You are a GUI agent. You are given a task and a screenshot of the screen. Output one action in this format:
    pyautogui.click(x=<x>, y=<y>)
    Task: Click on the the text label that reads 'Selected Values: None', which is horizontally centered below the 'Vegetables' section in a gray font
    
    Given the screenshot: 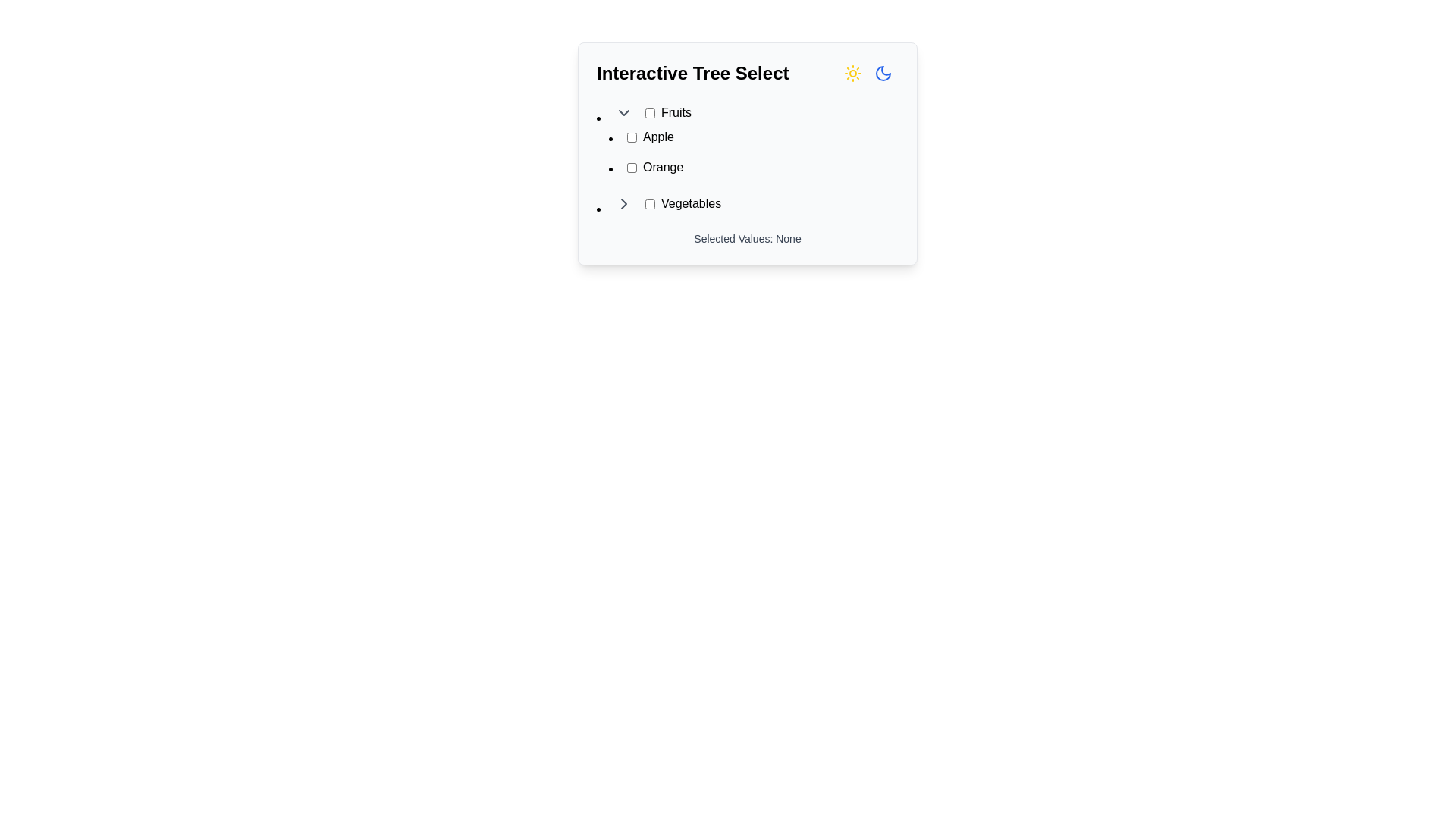 What is the action you would take?
    pyautogui.click(x=747, y=233)
    